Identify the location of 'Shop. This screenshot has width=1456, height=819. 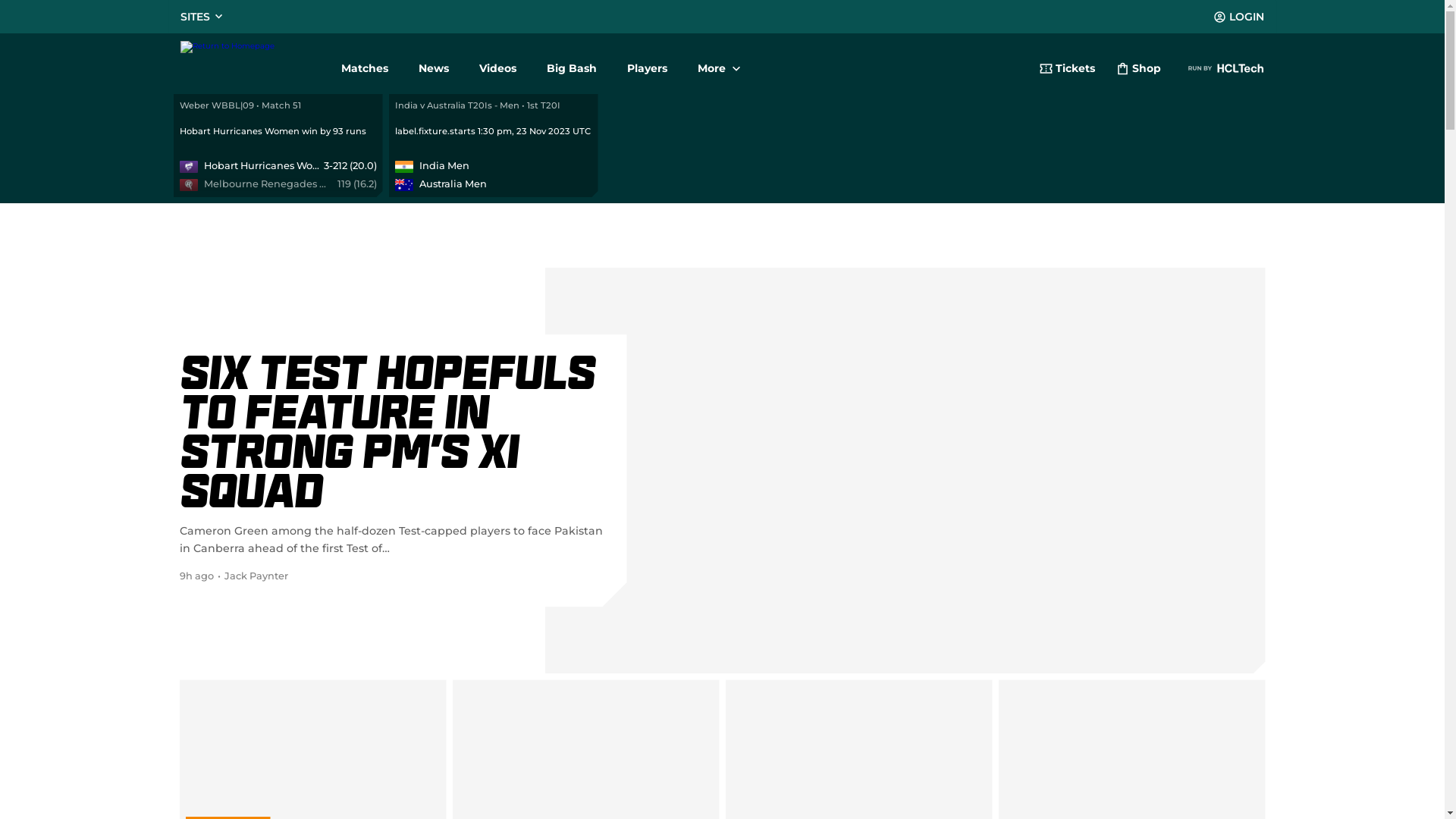
(1138, 70).